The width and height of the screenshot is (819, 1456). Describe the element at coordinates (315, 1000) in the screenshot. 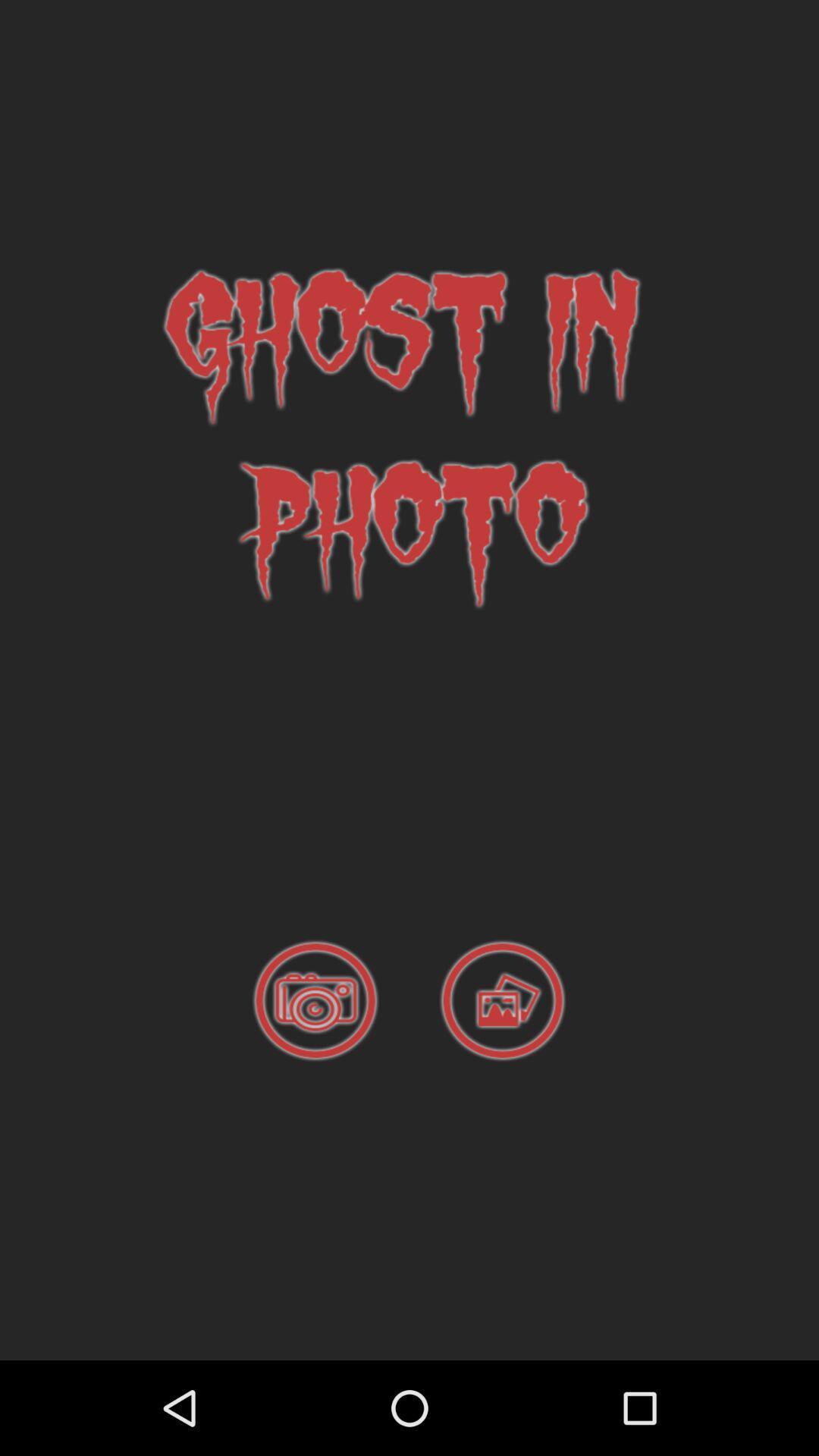

I see `camera` at that location.